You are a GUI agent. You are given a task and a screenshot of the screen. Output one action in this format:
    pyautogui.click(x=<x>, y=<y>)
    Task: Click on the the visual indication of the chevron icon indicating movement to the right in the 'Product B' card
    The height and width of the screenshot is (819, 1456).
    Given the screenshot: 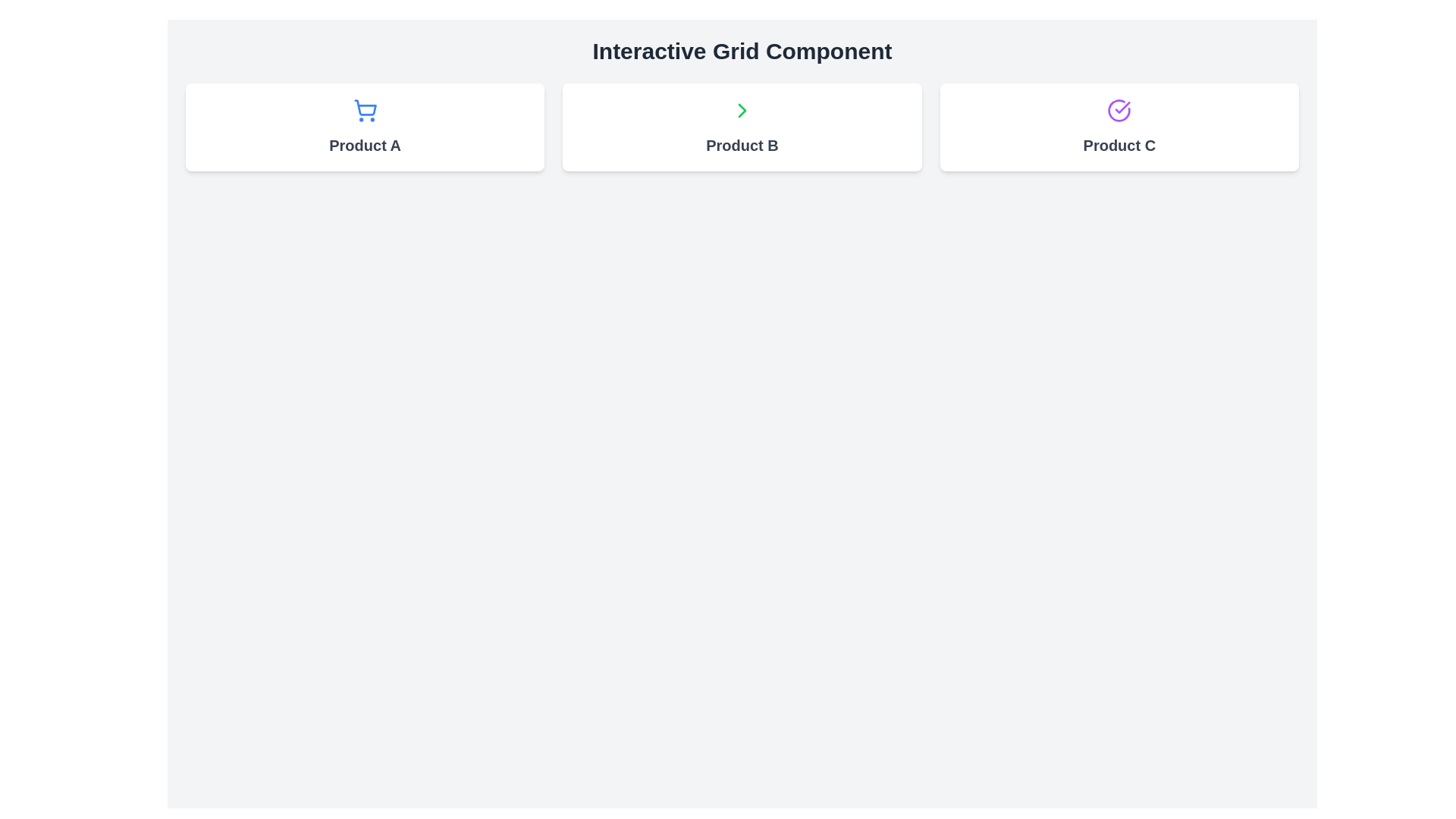 What is the action you would take?
    pyautogui.click(x=742, y=110)
    